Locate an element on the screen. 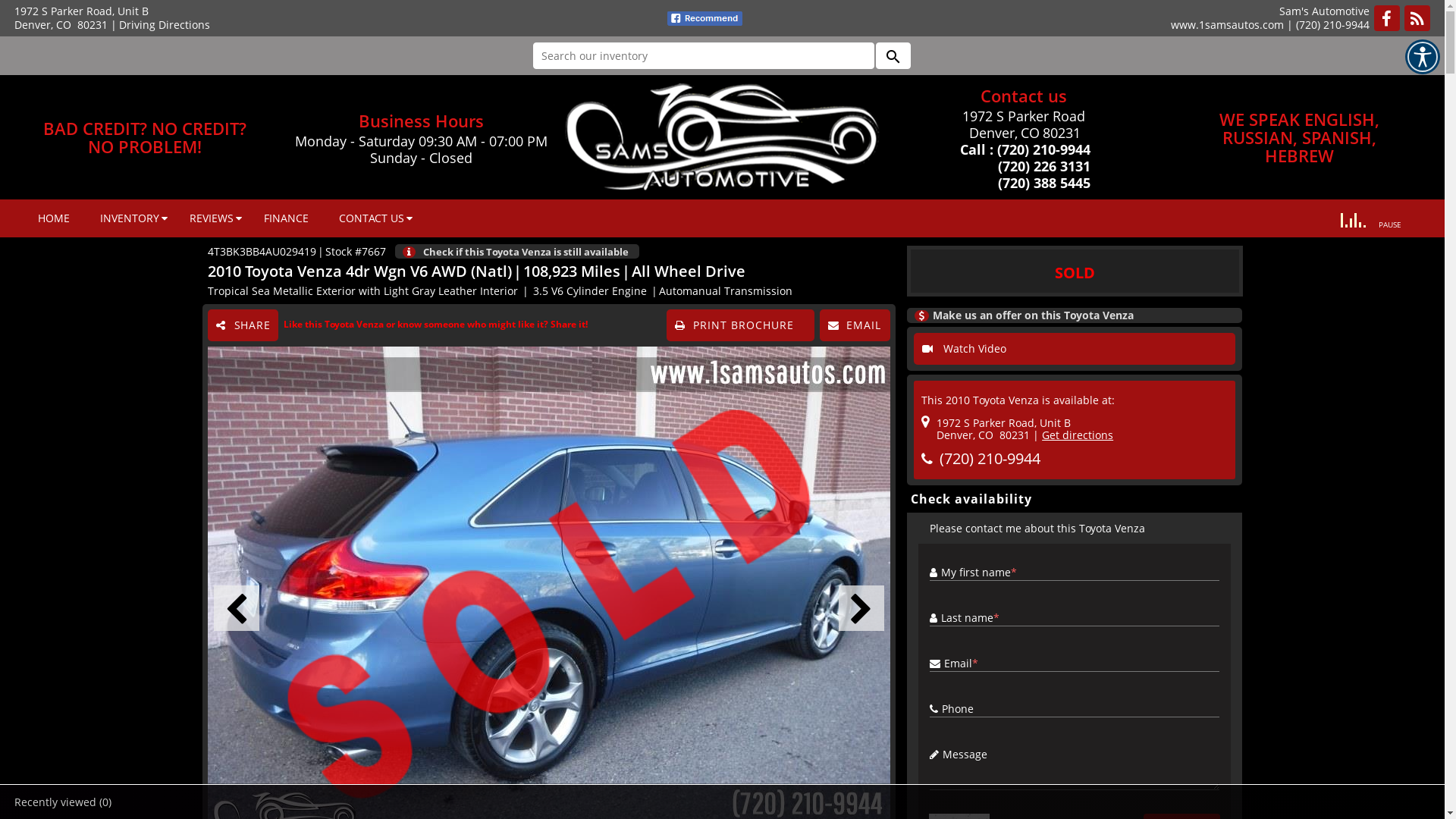  'Driving Directions' is located at coordinates (164, 24).